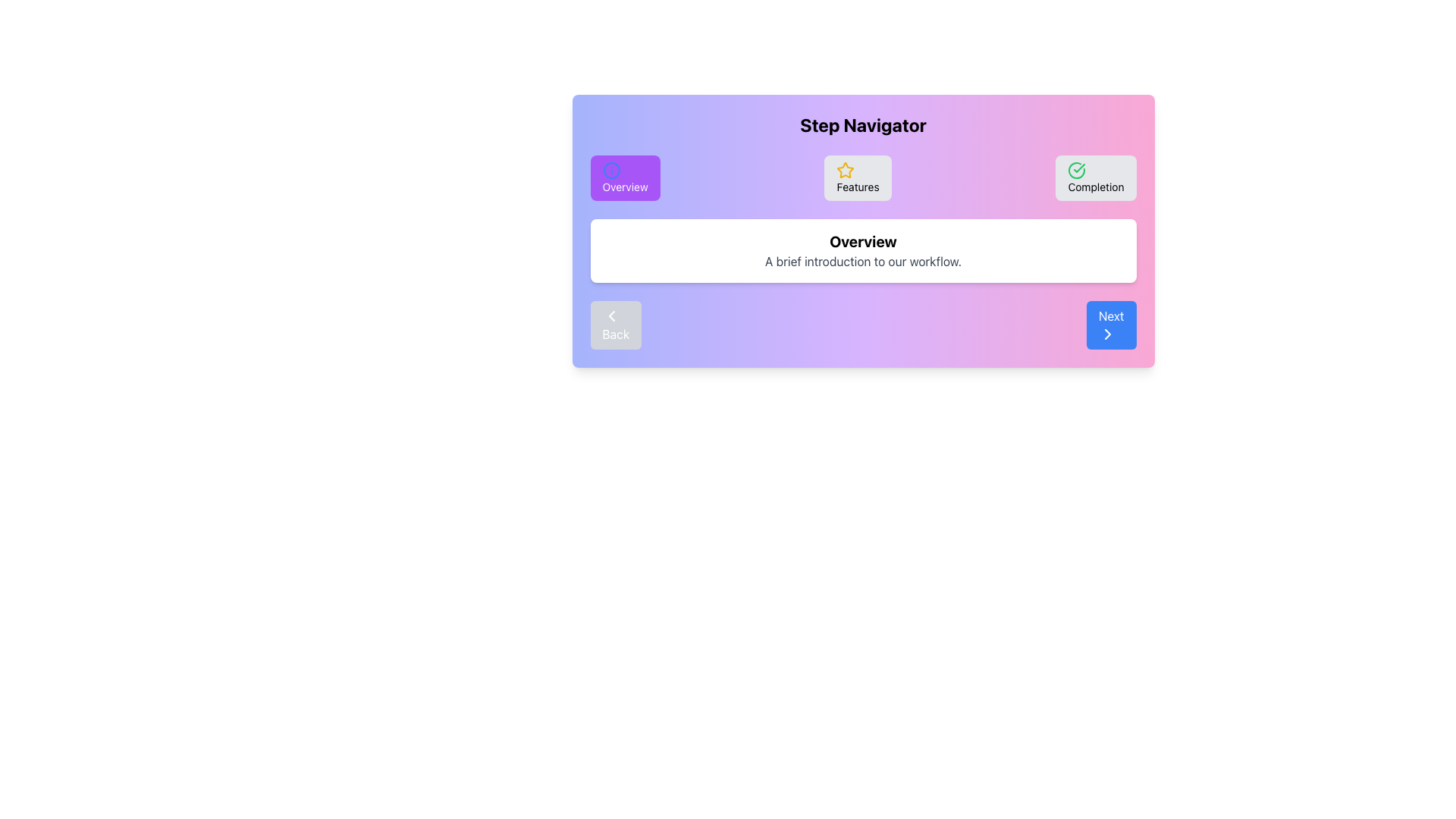  What do you see at coordinates (863, 177) in the screenshot?
I see `to select the 'Features' subsection in the Step navigation panel, which is styled with a gray background and a yellow star icon` at bounding box center [863, 177].